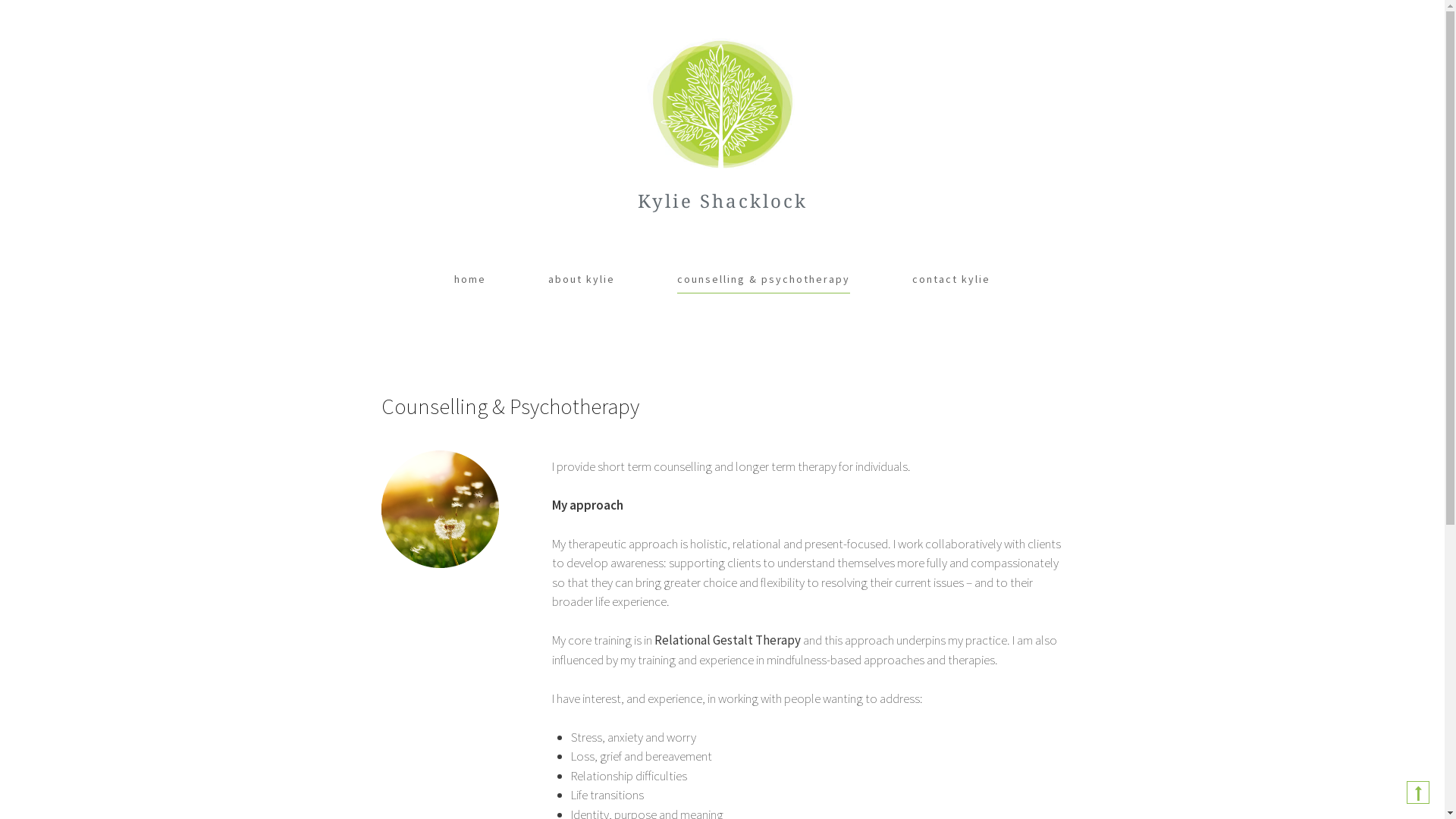 The width and height of the screenshot is (1456, 819). What do you see at coordinates (453, 279) in the screenshot?
I see `'home'` at bounding box center [453, 279].